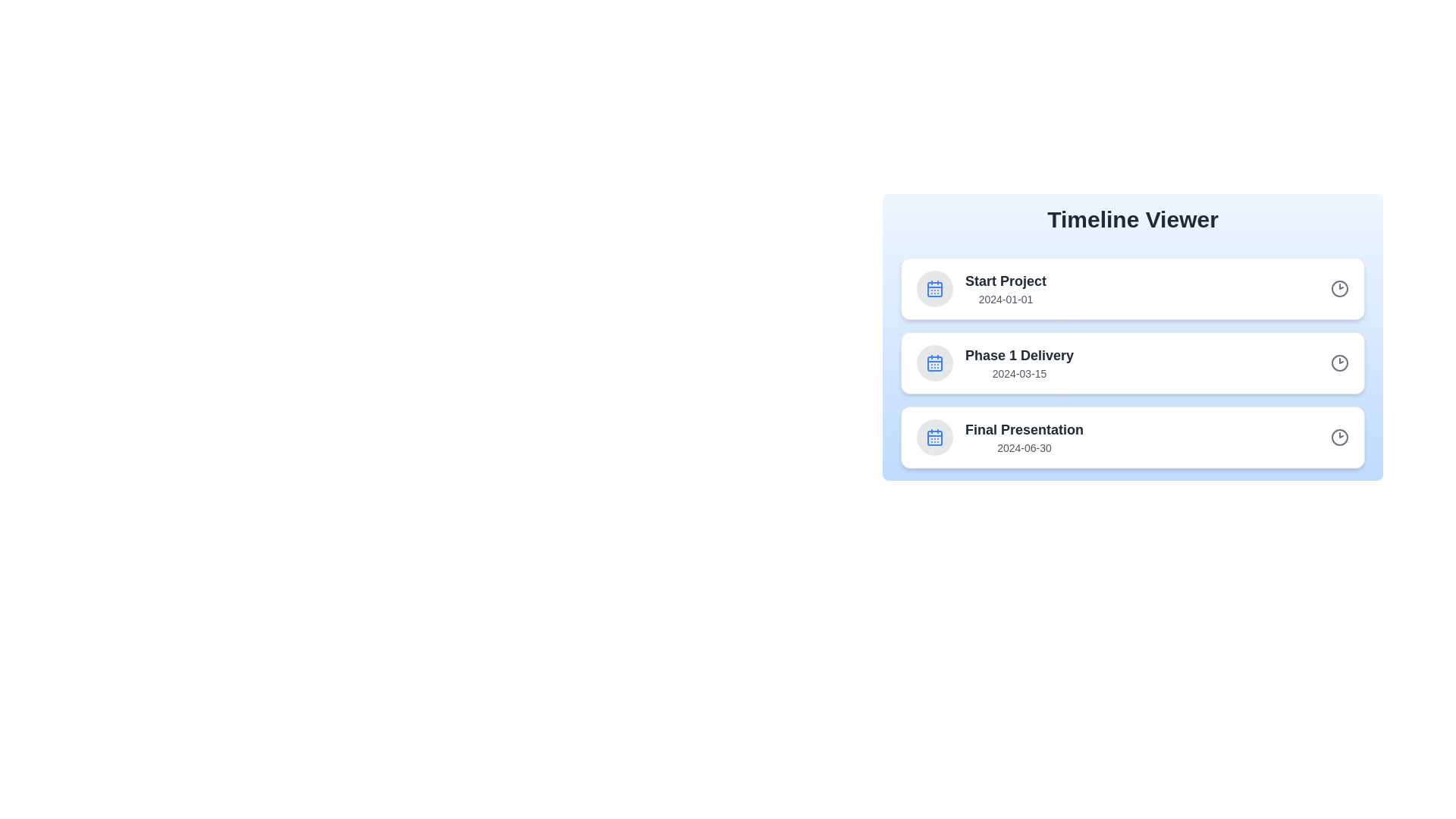 Image resolution: width=1456 pixels, height=819 pixels. What do you see at coordinates (995, 362) in the screenshot?
I see `the second item in the timeline event viewer, which displays a blue calendar icon on the left, 'Phase 1 Delivery' in bold, and the date '2024-03-15' below it` at bounding box center [995, 362].